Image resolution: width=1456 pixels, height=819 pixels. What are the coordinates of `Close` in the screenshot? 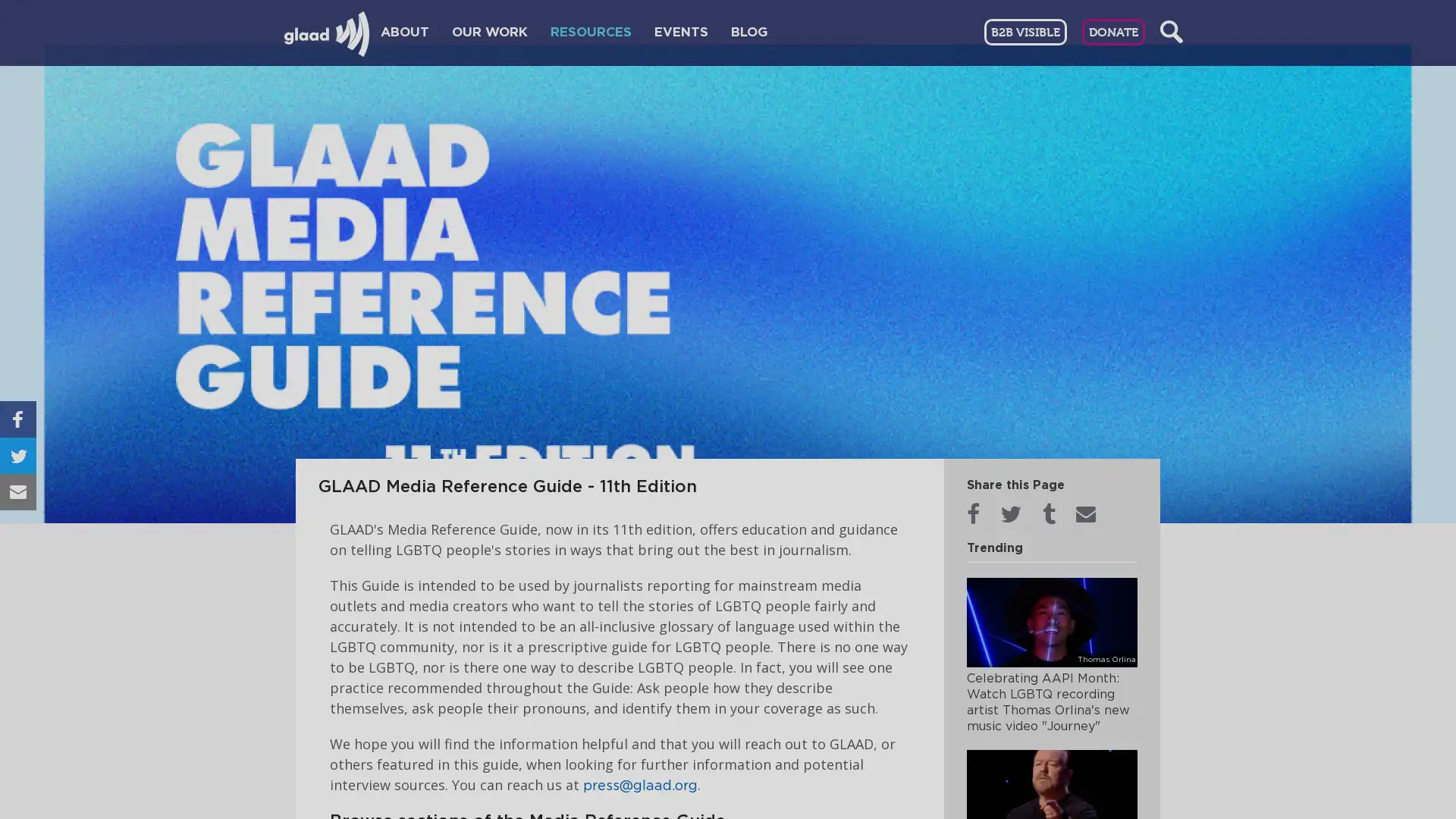 It's located at (1106, 180).